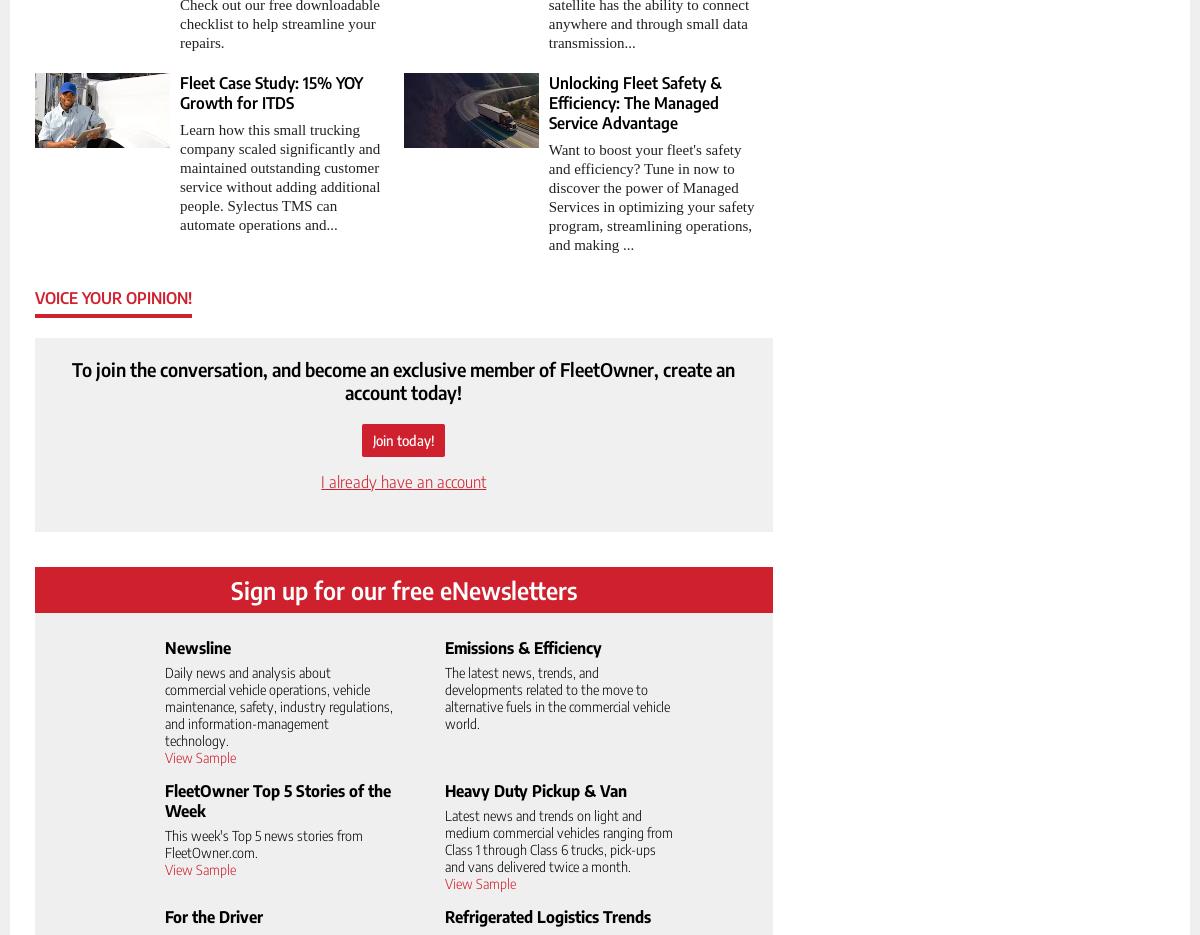 This screenshot has height=935, width=1200. Describe the element at coordinates (277, 704) in the screenshot. I see `'Daily news and analysis about commercial vehicle operations, vehicle maintenance, safety, industry regulations, and information-management technology.'` at that location.